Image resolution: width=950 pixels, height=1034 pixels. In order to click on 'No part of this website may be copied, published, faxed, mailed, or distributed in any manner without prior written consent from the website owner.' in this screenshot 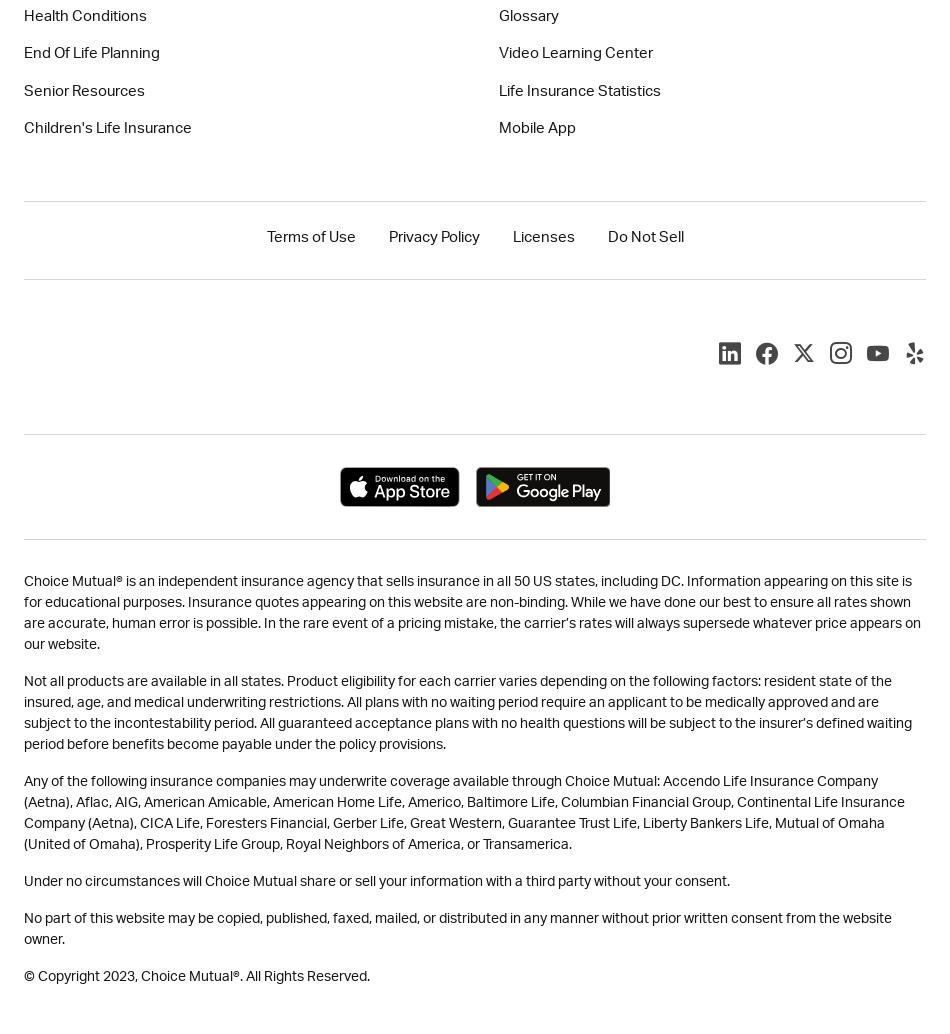, I will do `click(456, 927)`.